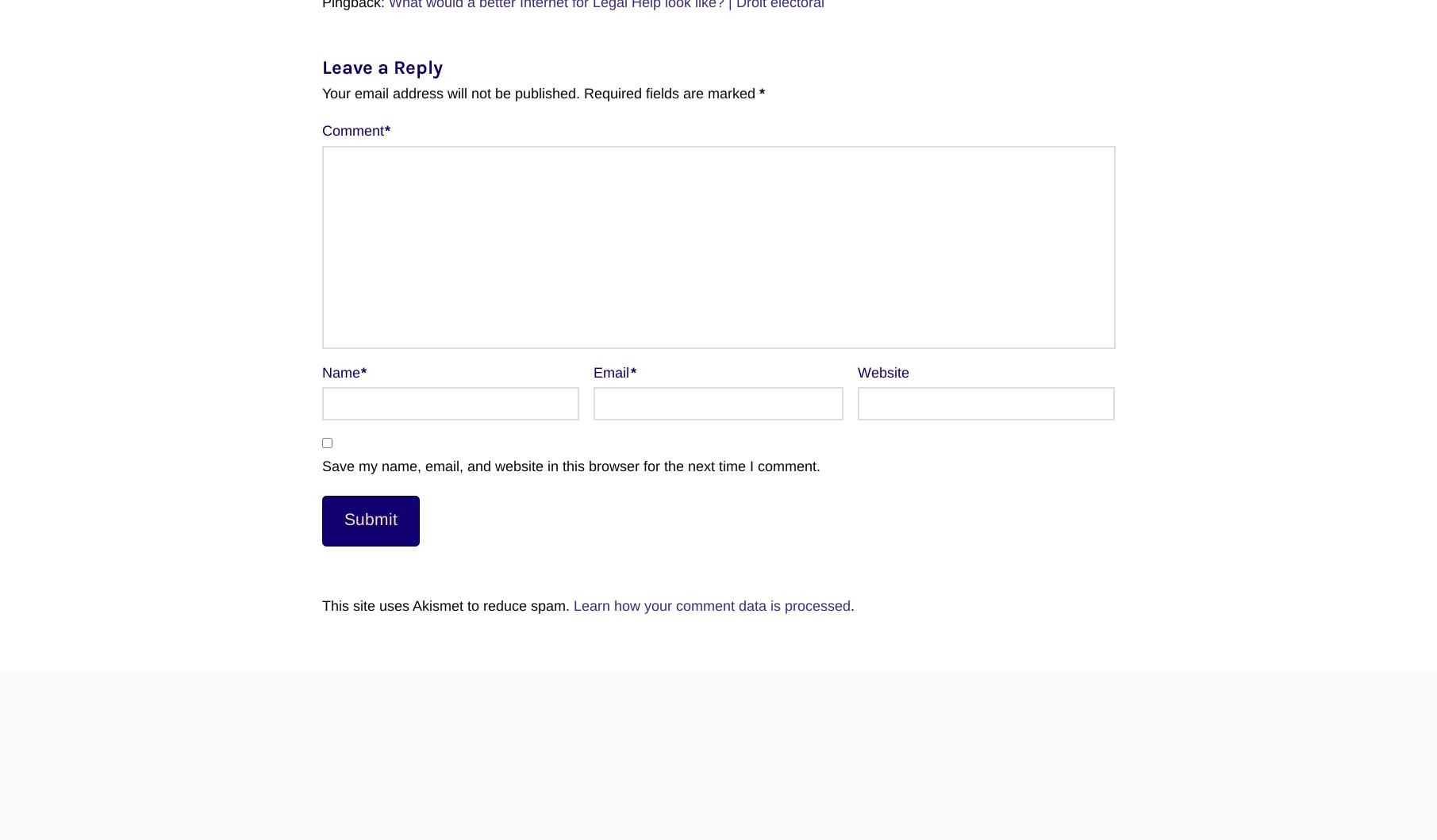  I want to click on '.', so click(851, 604).